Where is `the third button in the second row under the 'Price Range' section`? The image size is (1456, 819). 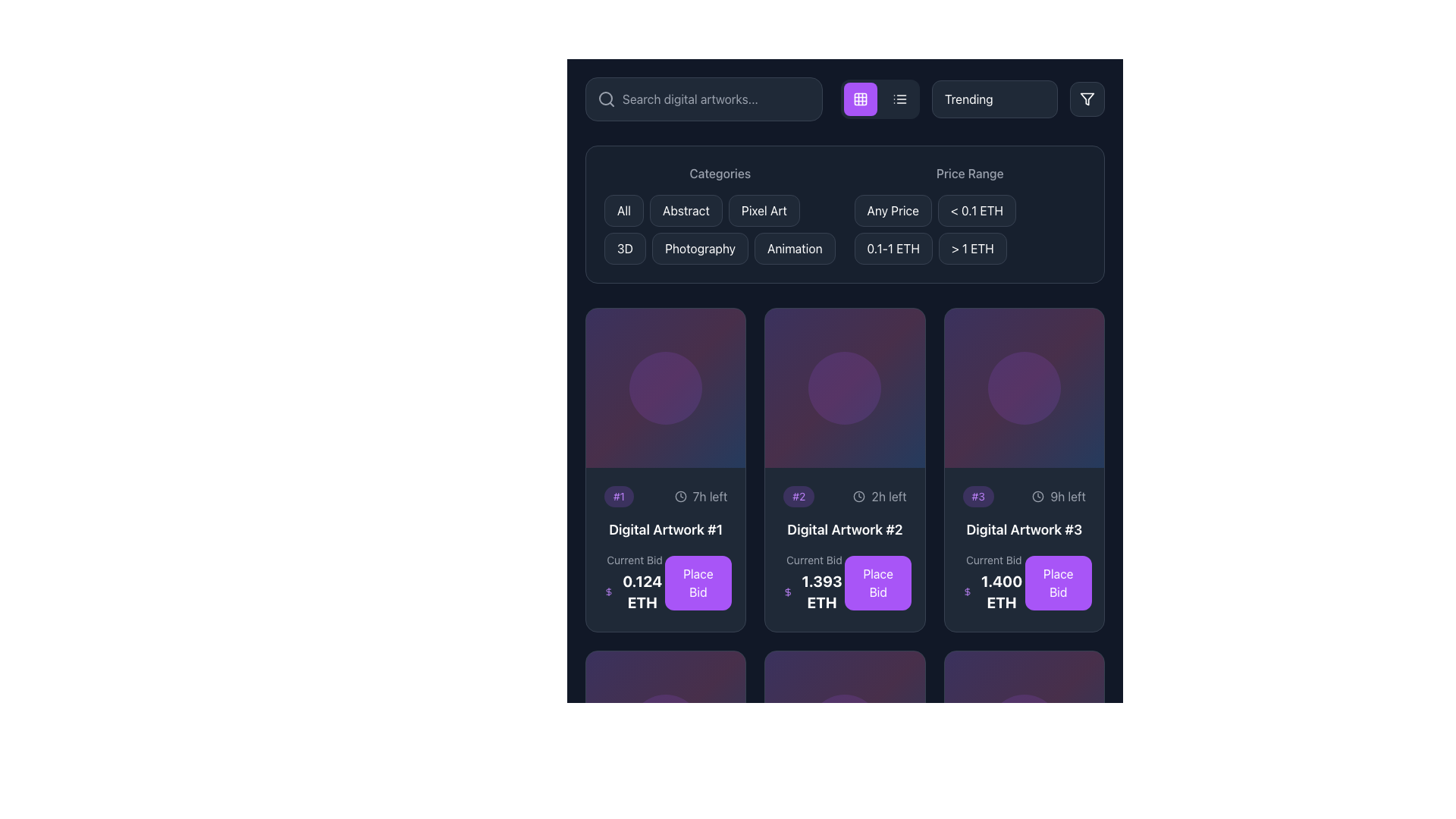 the third button in the second row under the 'Price Range' section is located at coordinates (893, 247).